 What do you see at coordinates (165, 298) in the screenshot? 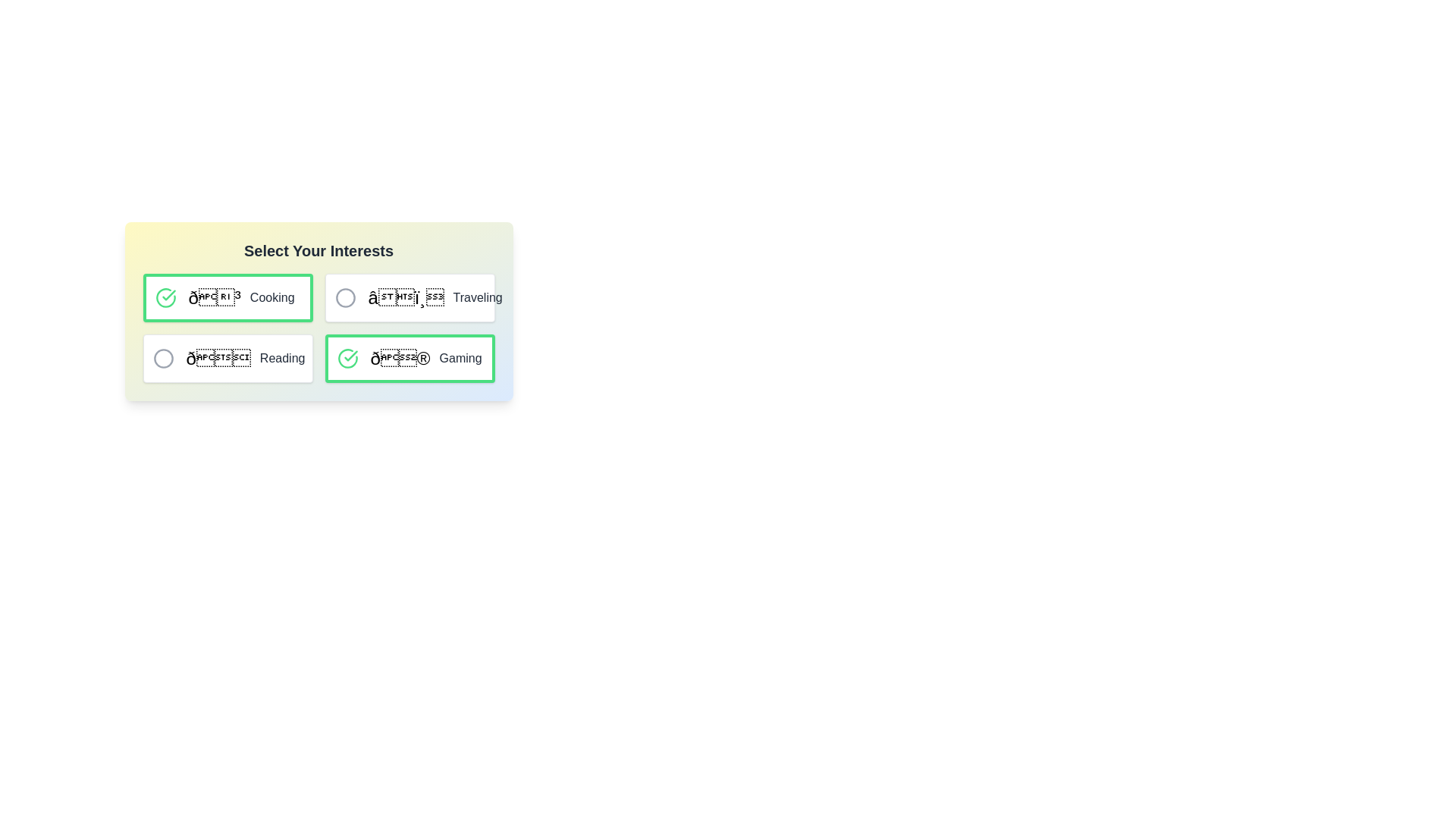
I see `the interest Cooking` at bounding box center [165, 298].